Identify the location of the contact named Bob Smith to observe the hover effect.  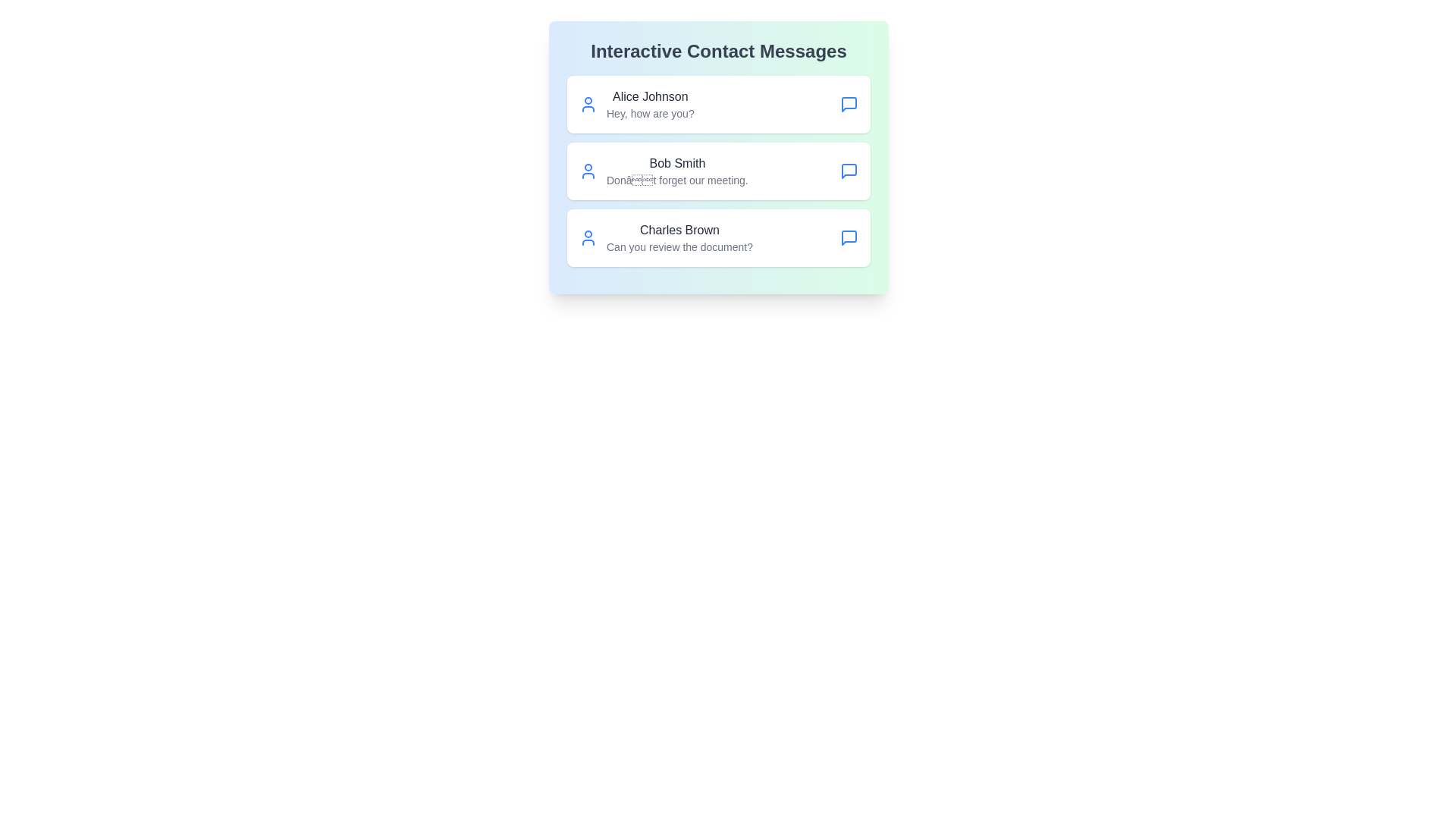
(718, 171).